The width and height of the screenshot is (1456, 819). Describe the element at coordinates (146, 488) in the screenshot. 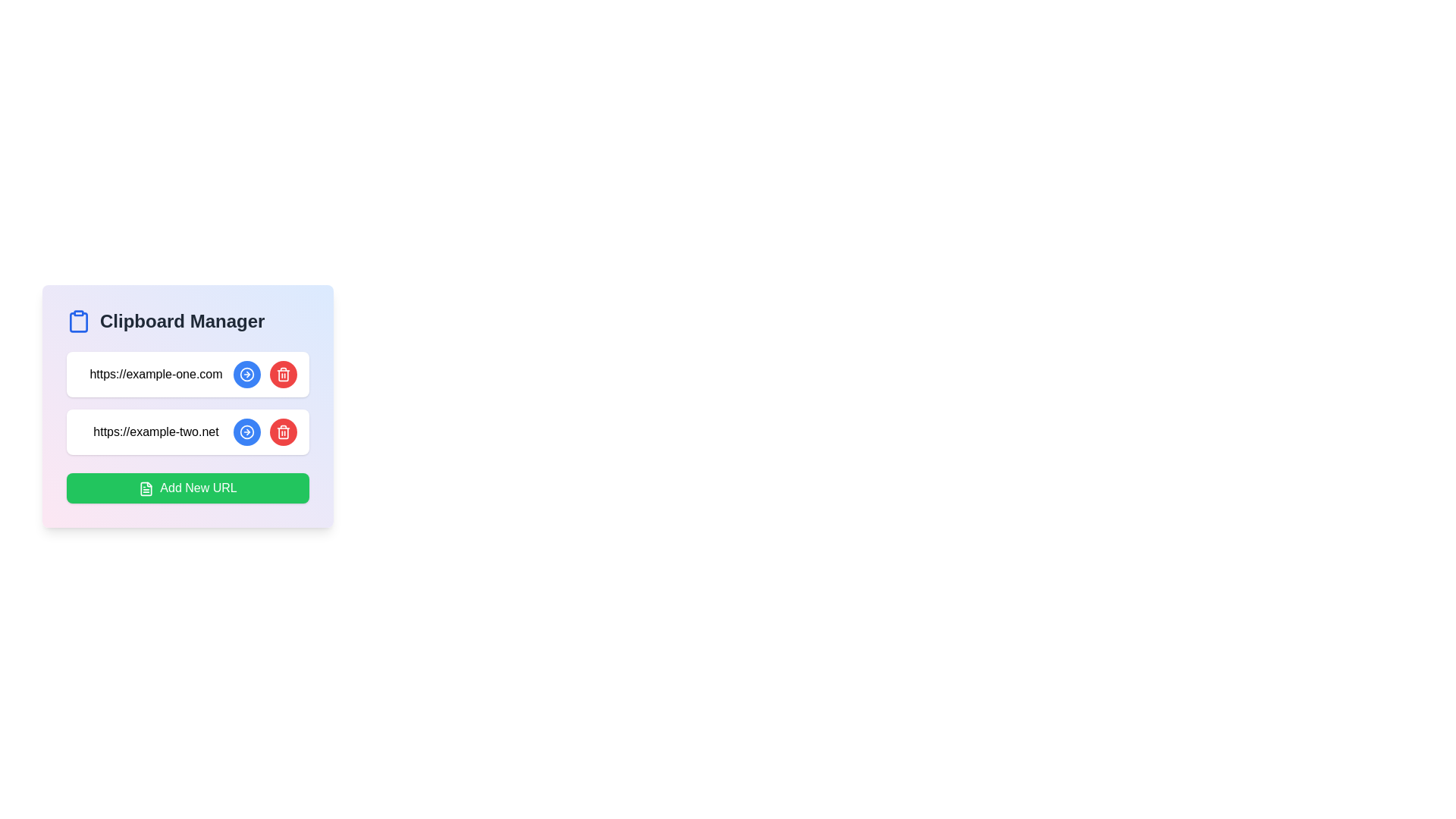

I see `the decorative icon located to the left of the 'Add New URL' button, which visually reinforces the button's purpose` at that location.